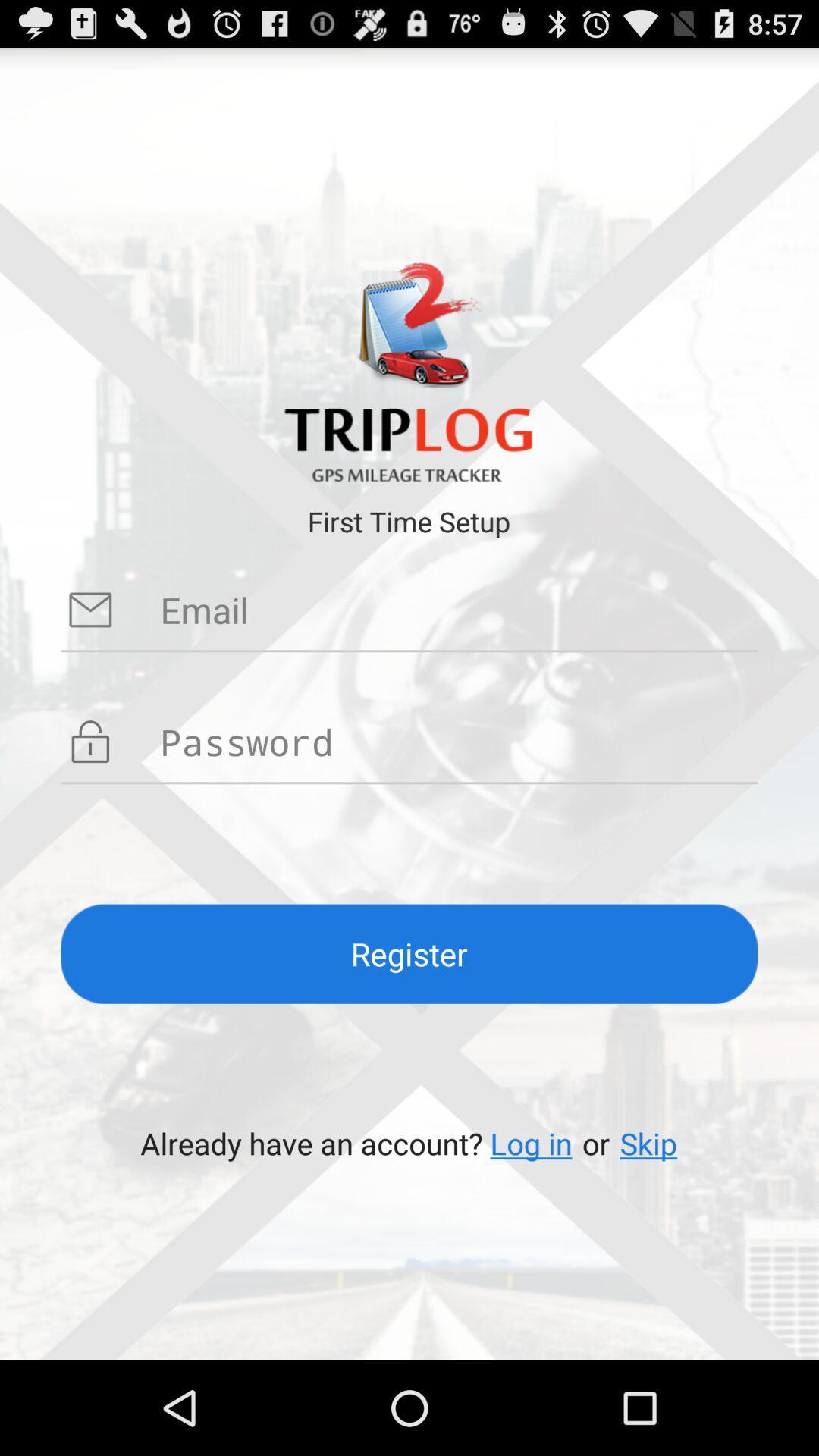 This screenshot has height=1456, width=819. What do you see at coordinates (408, 953) in the screenshot?
I see `the item above already have an icon` at bounding box center [408, 953].